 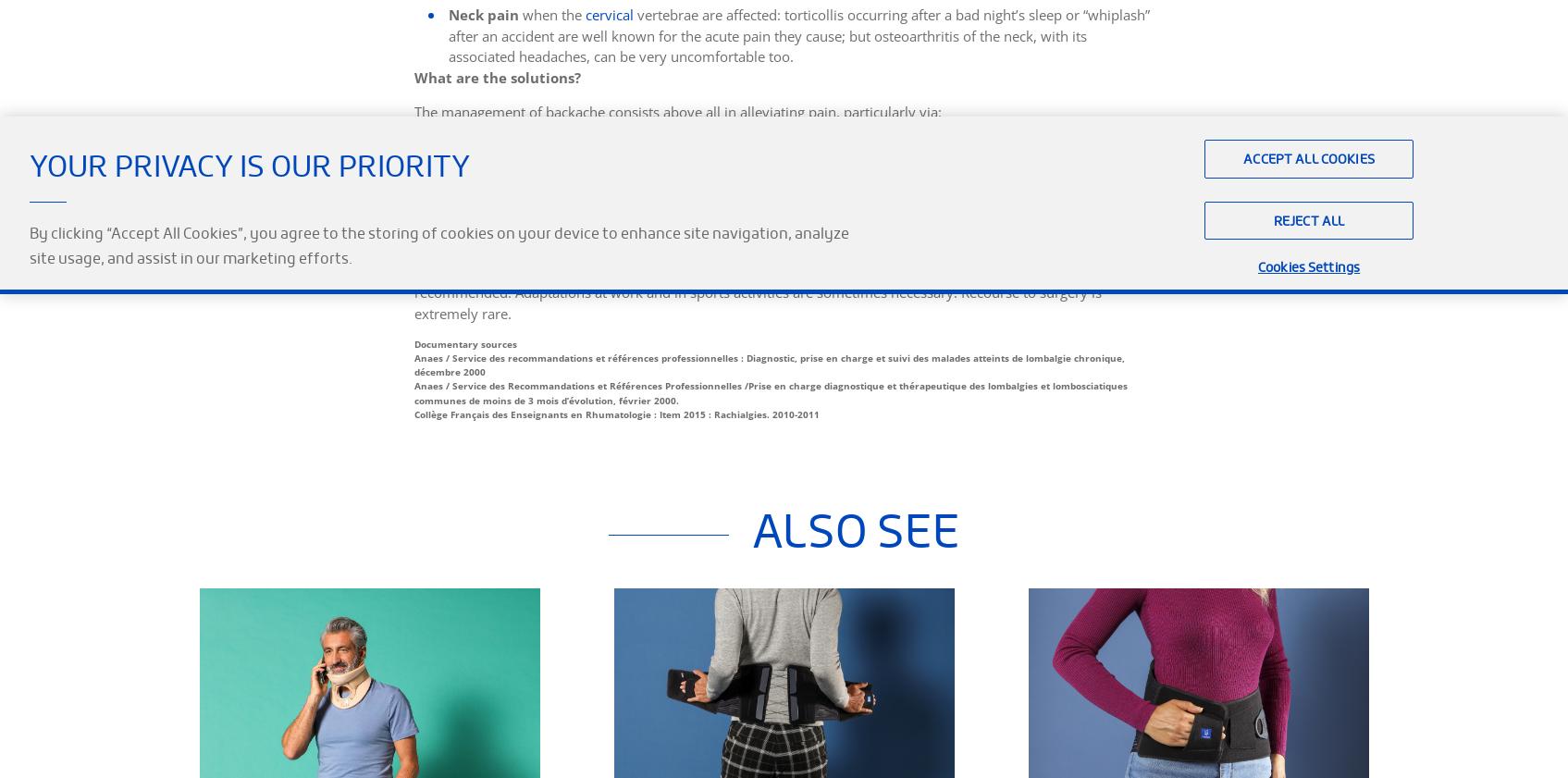 What do you see at coordinates (447, 13) in the screenshot?
I see `'Neck pain'` at bounding box center [447, 13].